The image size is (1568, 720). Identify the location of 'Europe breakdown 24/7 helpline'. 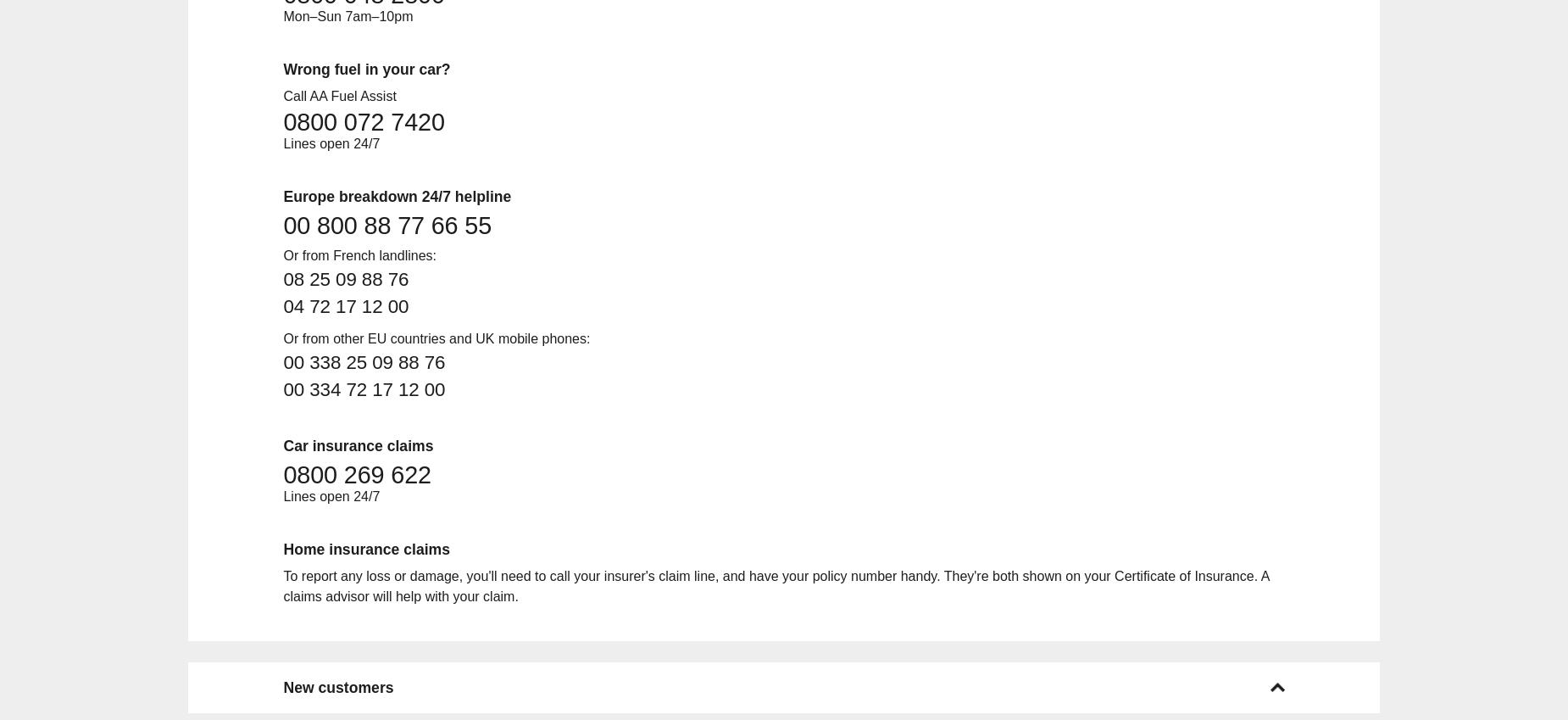
(397, 195).